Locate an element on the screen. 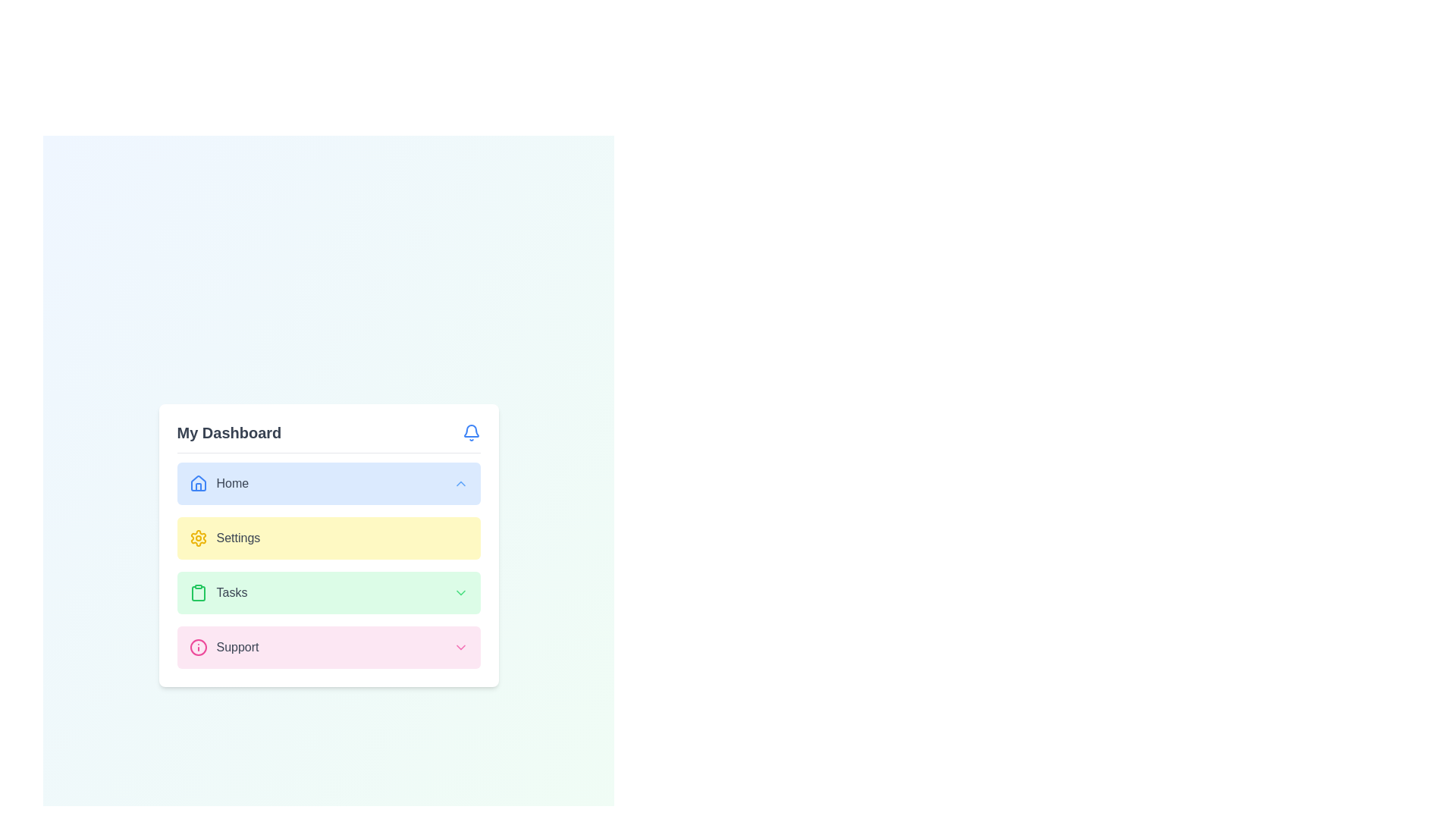 Image resolution: width=1456 pixels, height=819 pixels. the 'Support' button located beneath the 'Tasks' button in the vertical list of navigation buttons is located at coordinates (328, 647).